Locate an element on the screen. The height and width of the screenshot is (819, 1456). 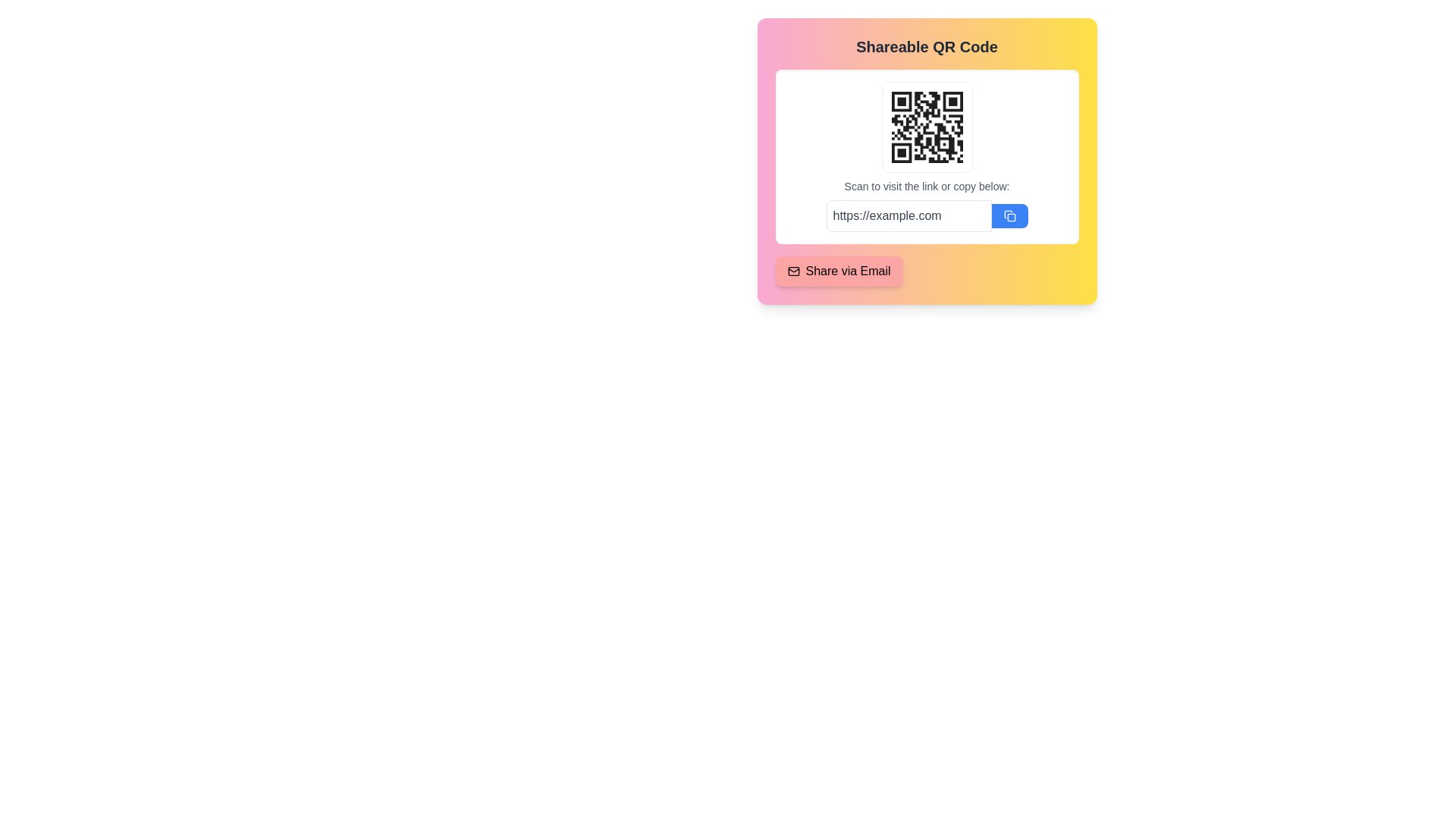
the decorative icon located to the left of the 'Share via Email' button at the bottom left of the card containing the QR code is located at coordinates (792, 271).